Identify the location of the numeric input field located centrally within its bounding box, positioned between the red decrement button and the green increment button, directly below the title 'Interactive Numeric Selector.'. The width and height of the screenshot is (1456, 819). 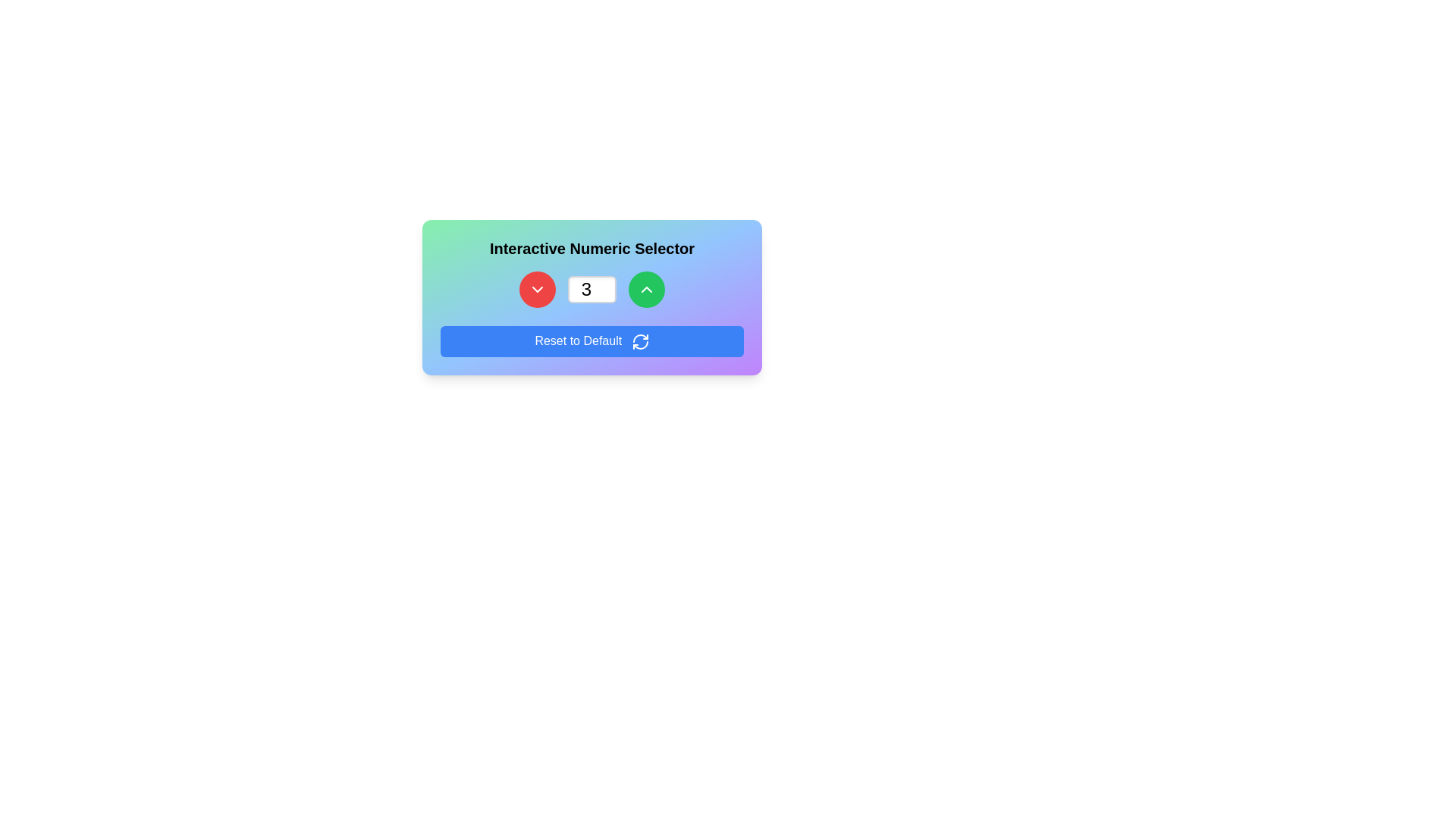
(591, 297).